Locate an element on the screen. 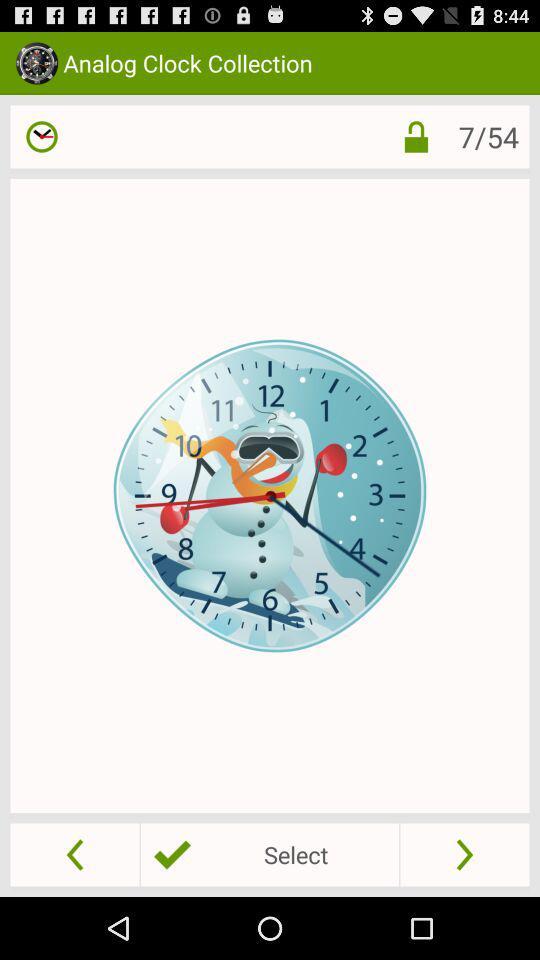 This screenshot has width=540, height=960. go forward is located at coordinates (464, 853).